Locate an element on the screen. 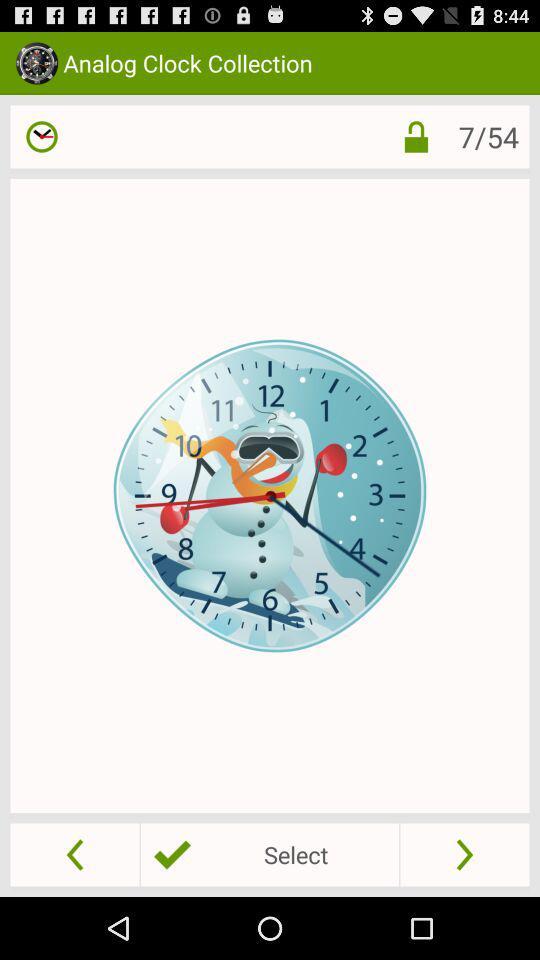 This screenshot has width=540, height=960. go forward is located at coordinates (464, 853).